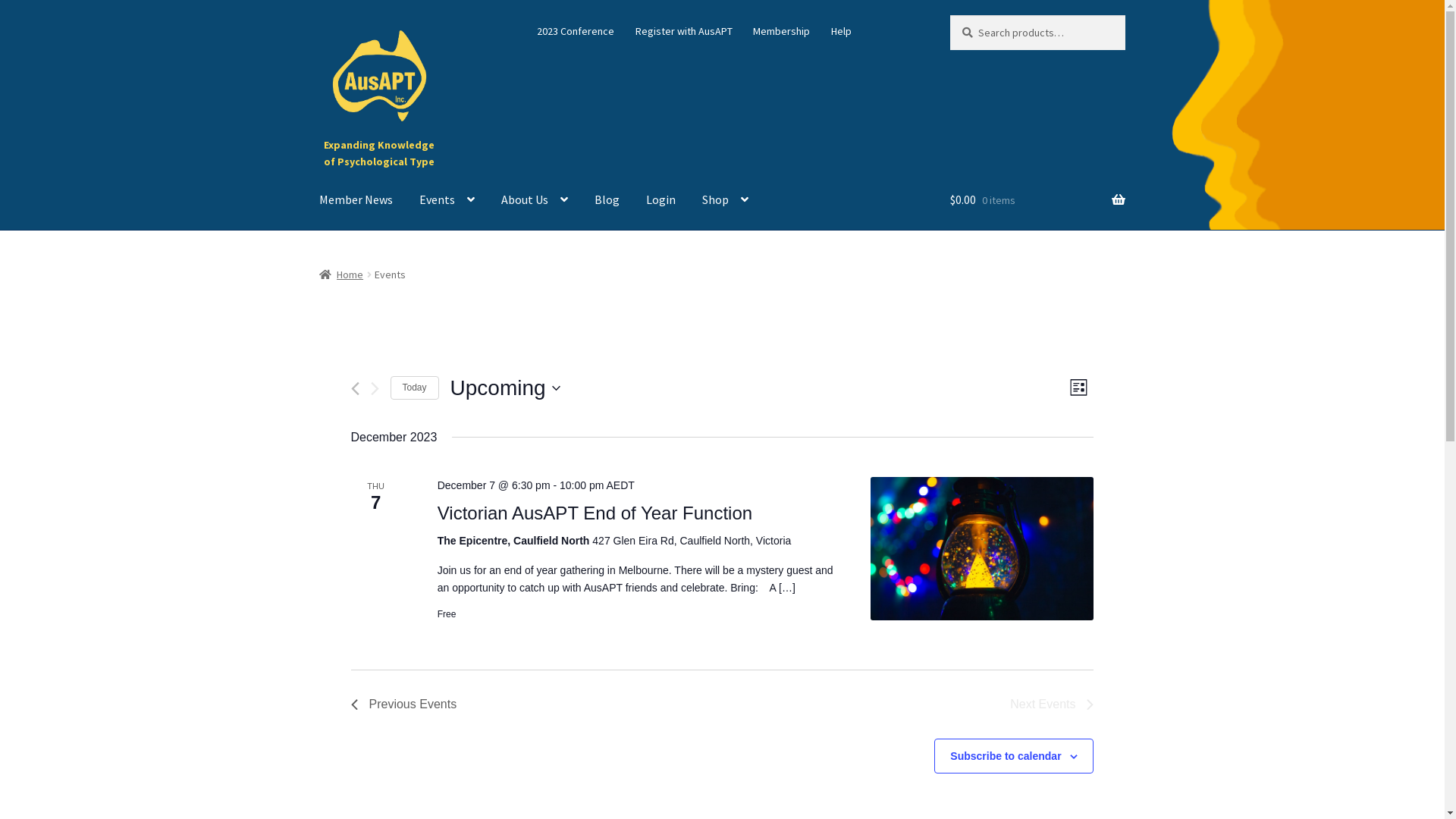 The height and width of the screenshot is (819, 1456). Describe the element at coordinates (1037, 199) in the screenshot. I see `'$0.00 0 items'` at that location.